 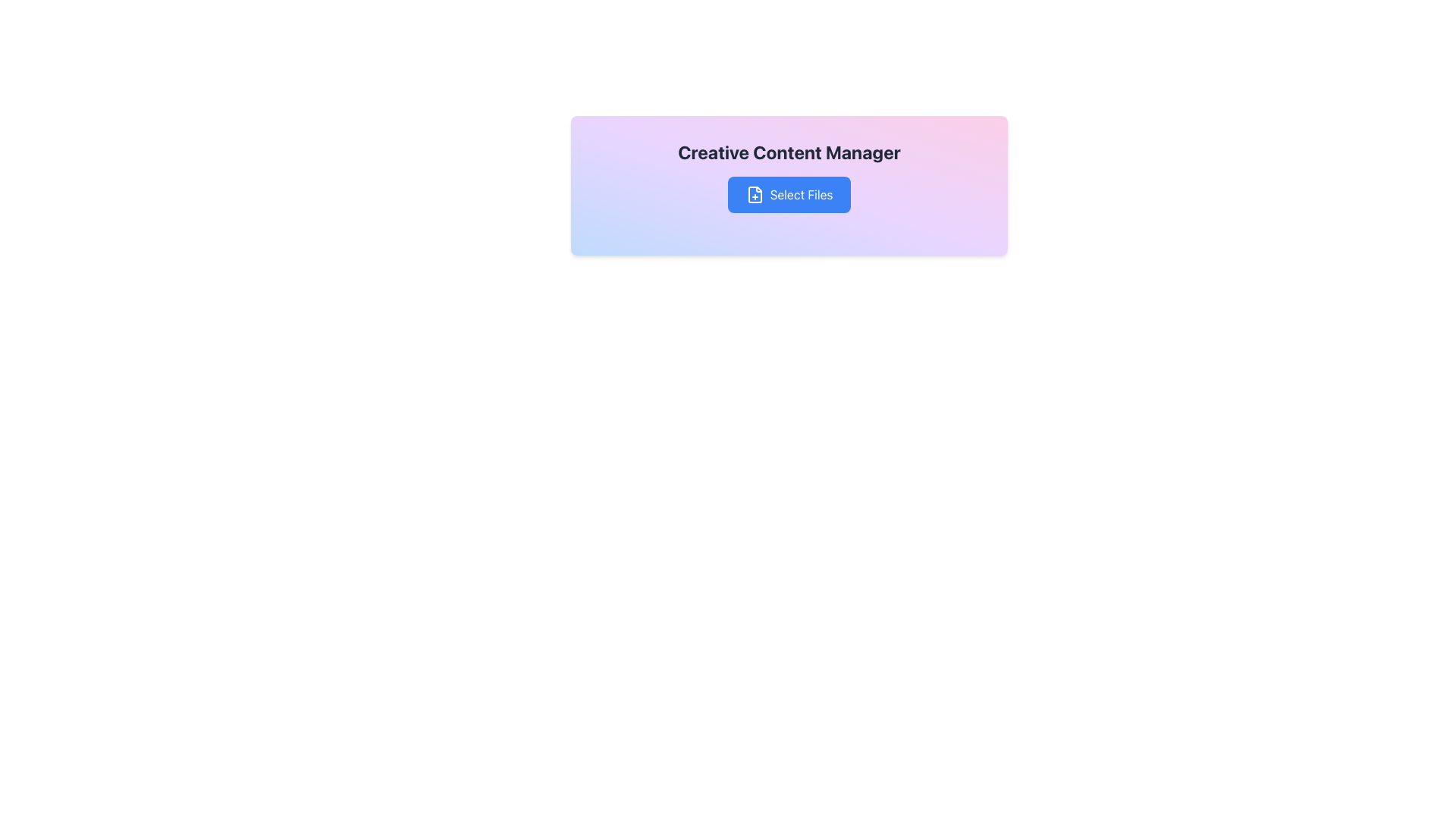 I want to click on the icon located within the 'Select Files' button that is centered below the title 'Creative Content Manager', so click(x=755, y=194).